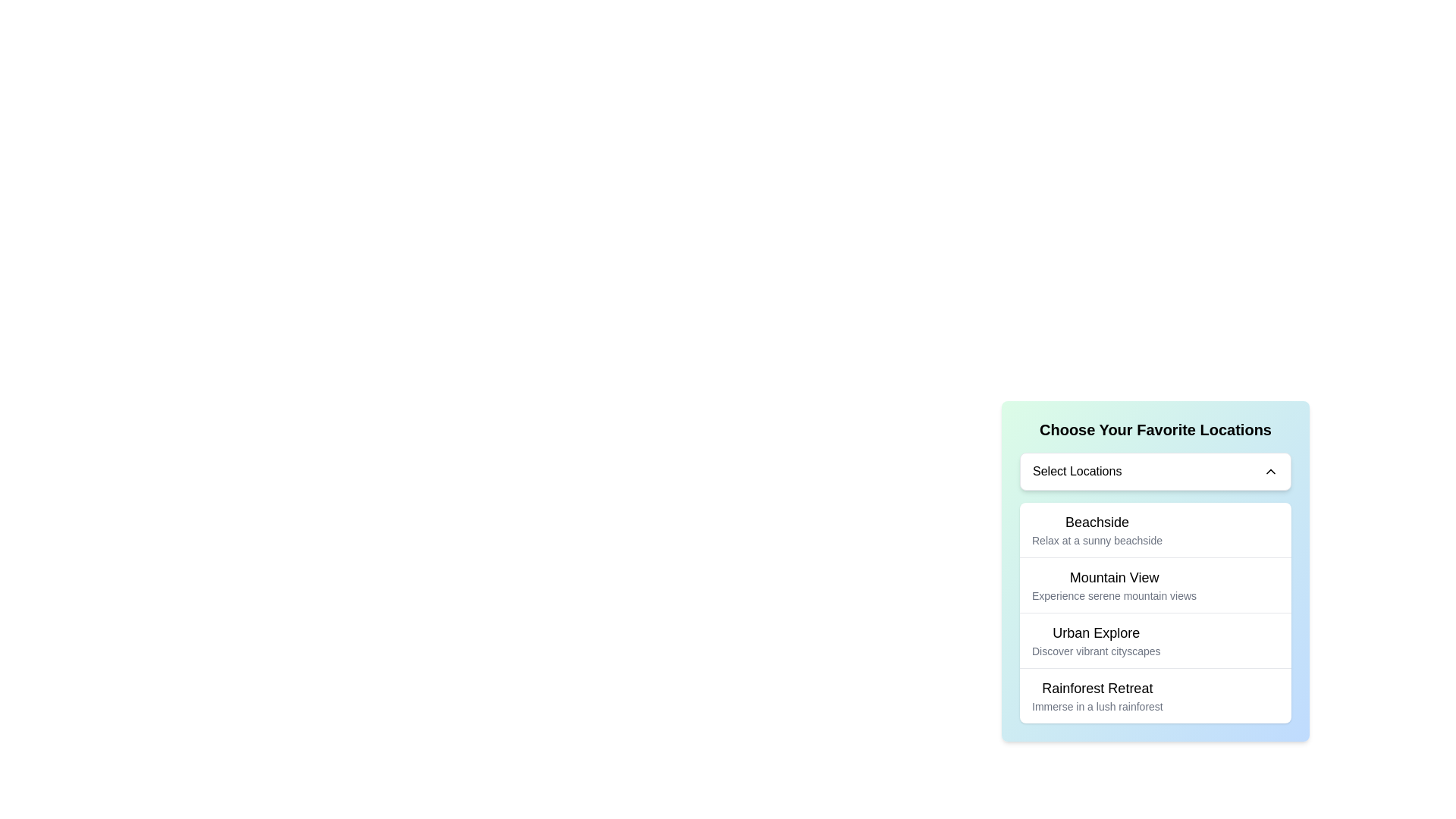  I want to click on the 'Urban Explore' option in the selection menu, so click(1154, 611).